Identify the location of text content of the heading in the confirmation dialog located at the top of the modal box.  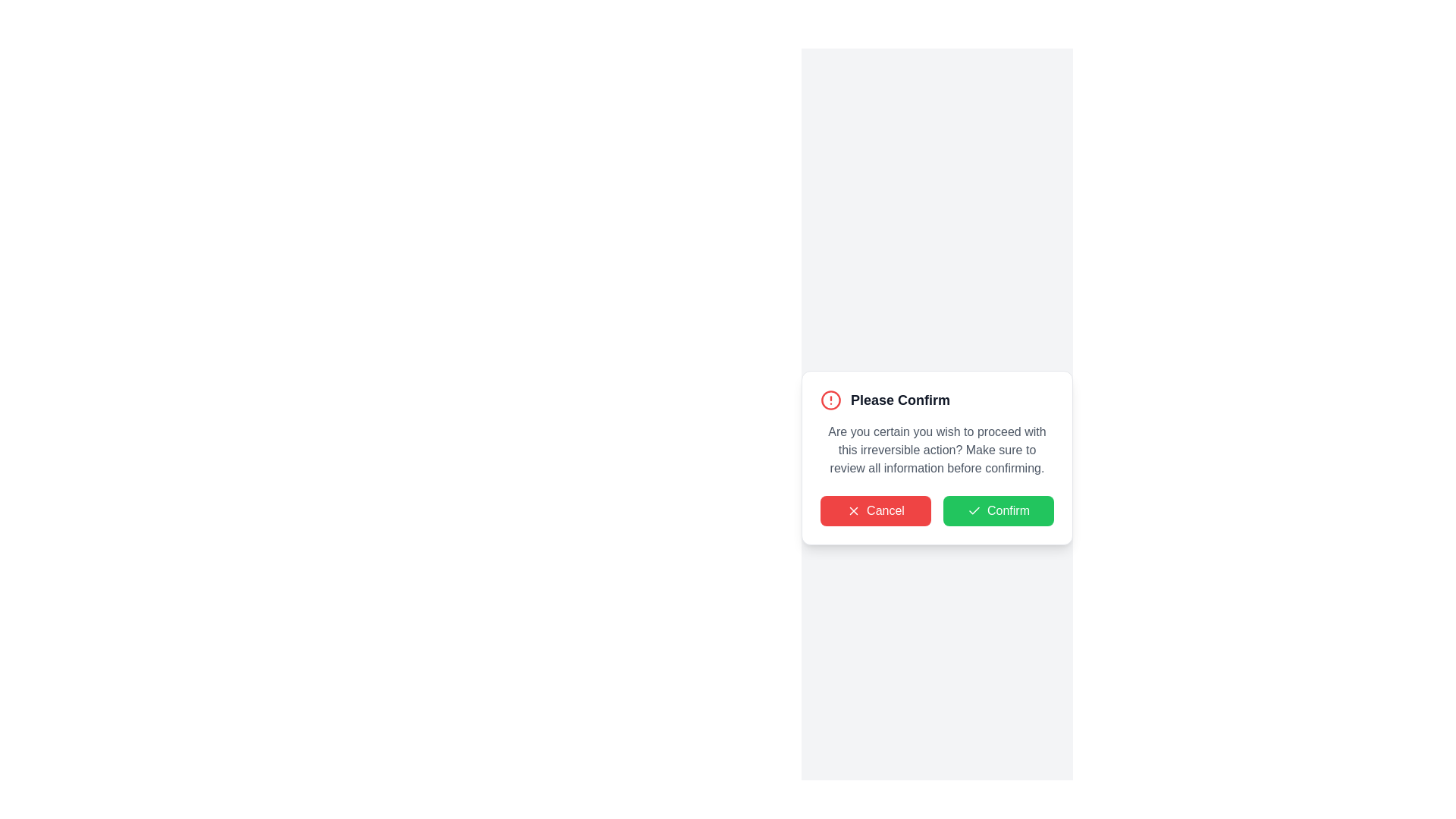
(937, 400).